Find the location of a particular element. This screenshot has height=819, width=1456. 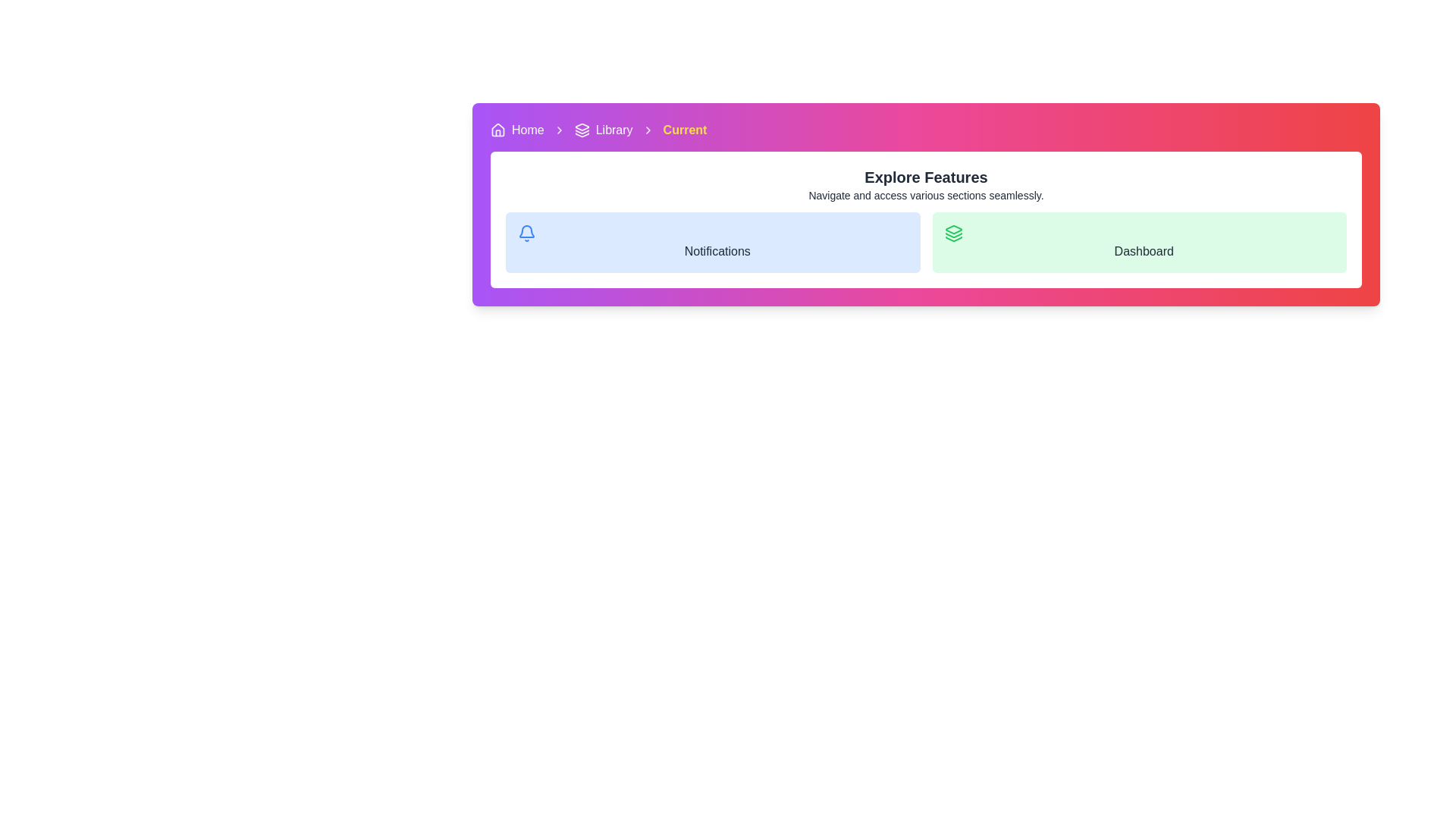

the bell icon with a blue outline that symbolizes notifications, located in the 'Notifications' section to the left of the 'Notifications' text is located at coordinates (527, 234).